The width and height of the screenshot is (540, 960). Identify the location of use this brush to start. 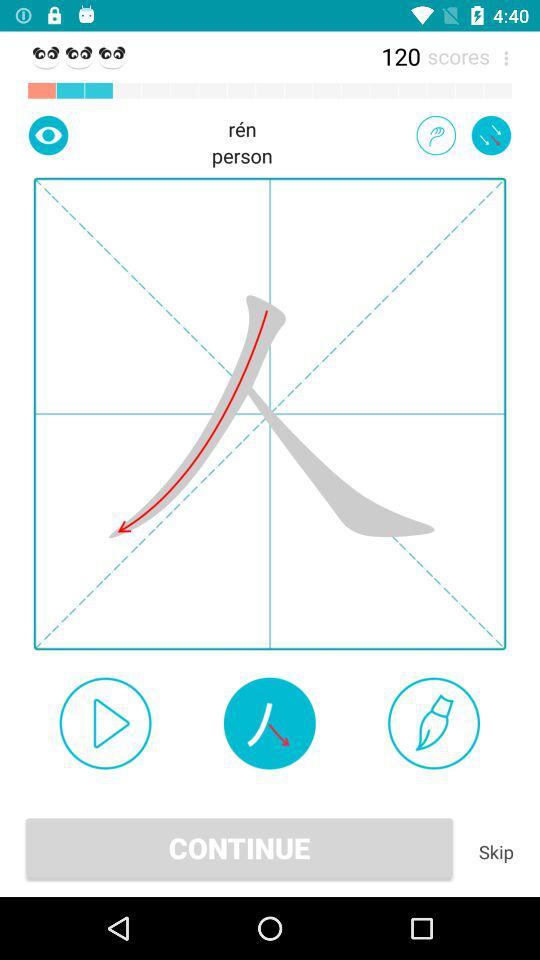
(433, 722).